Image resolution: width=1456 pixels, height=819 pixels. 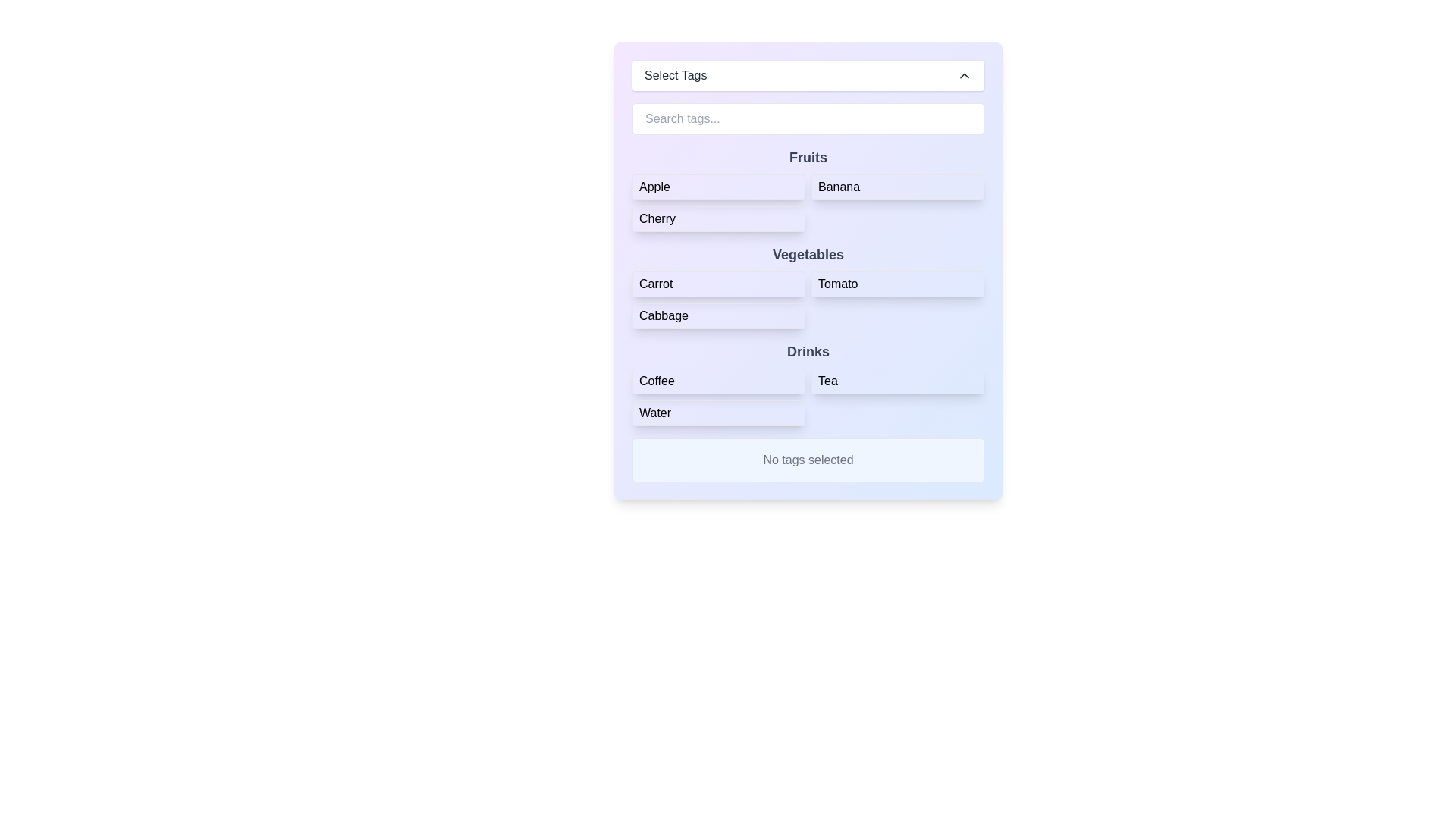 What do you see at coordinates (827, 380) in the screenshot?
I see `the 'Tea' label` at bounding box center [827, 380].